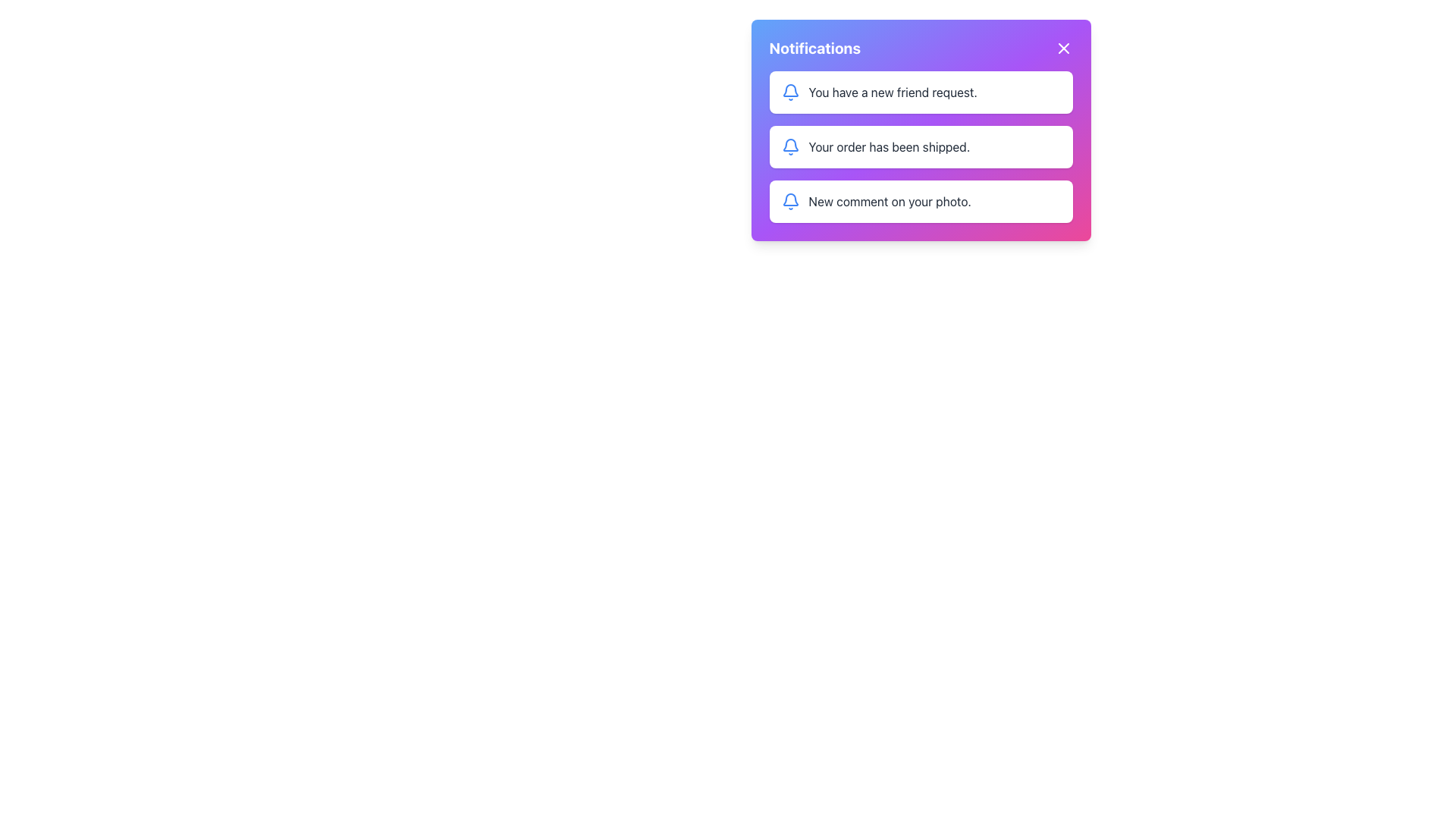 The height and width of the screenshot is (819, 1456). Describe the element at coordinates (789, 93) in the screenshot. I see `notification icon, which is a blue bell located to the left of the text 'You have a new friend request' in the first notification card` at that location.